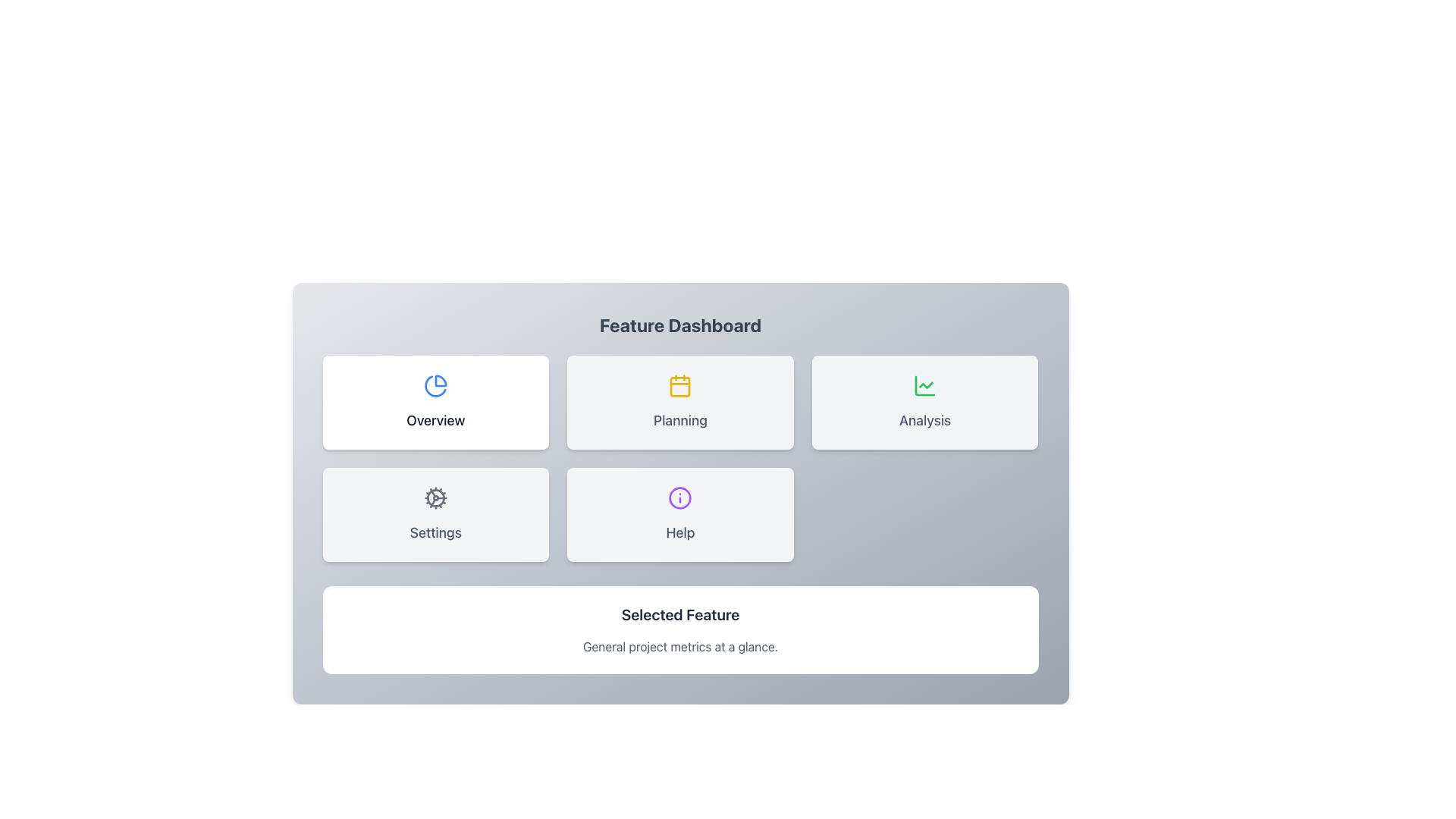  What do you see at coordinates (679, 385) in the screenshot?
I see `'Planning' icon located at the top part of the 'Planning' card in the dashboard, which is the middle card in the top row, by performing a right-click action` at bounding box center [679, 385].